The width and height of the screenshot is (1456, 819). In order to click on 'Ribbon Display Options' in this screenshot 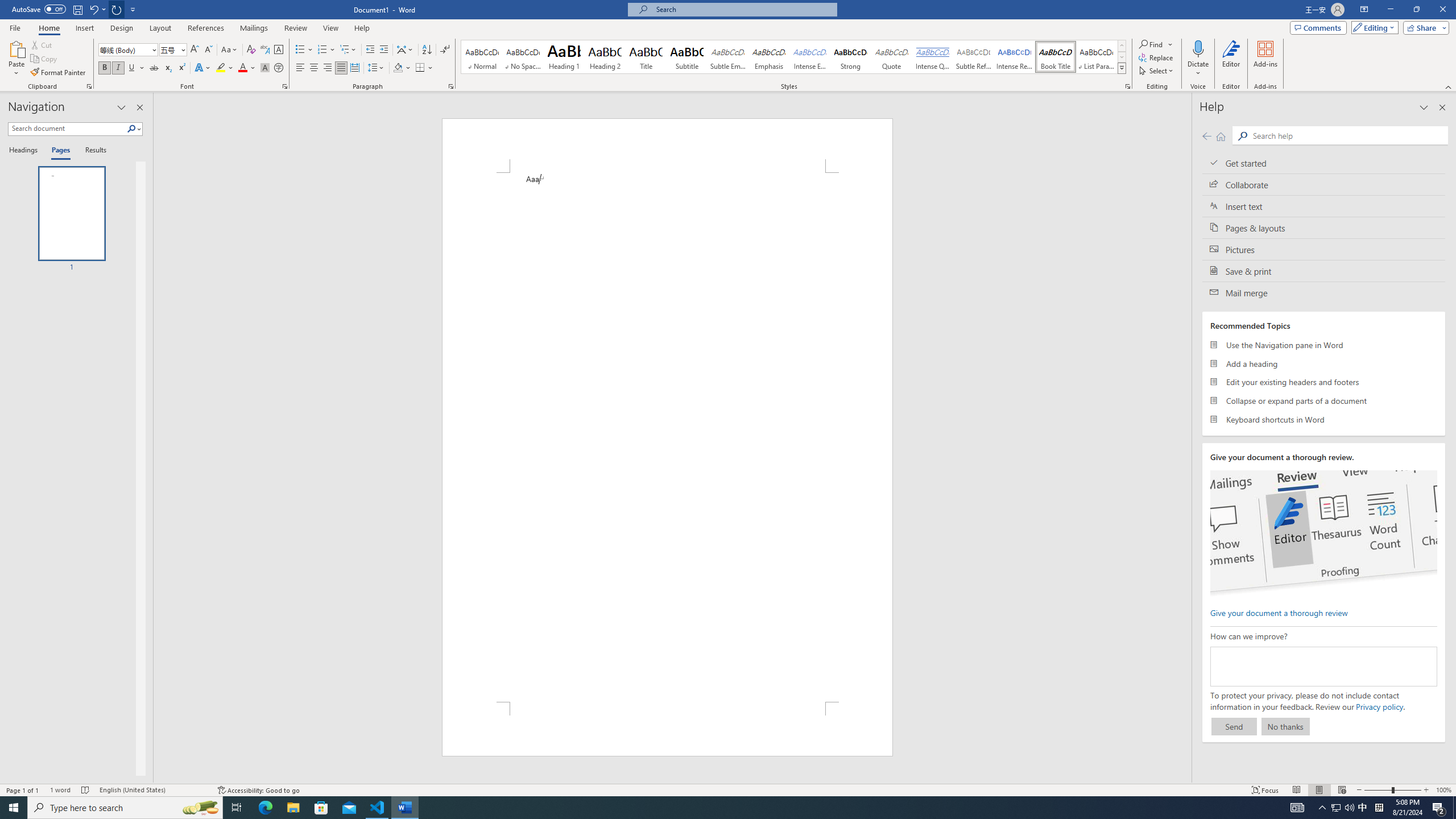, I will do `click(1363, 9)`.